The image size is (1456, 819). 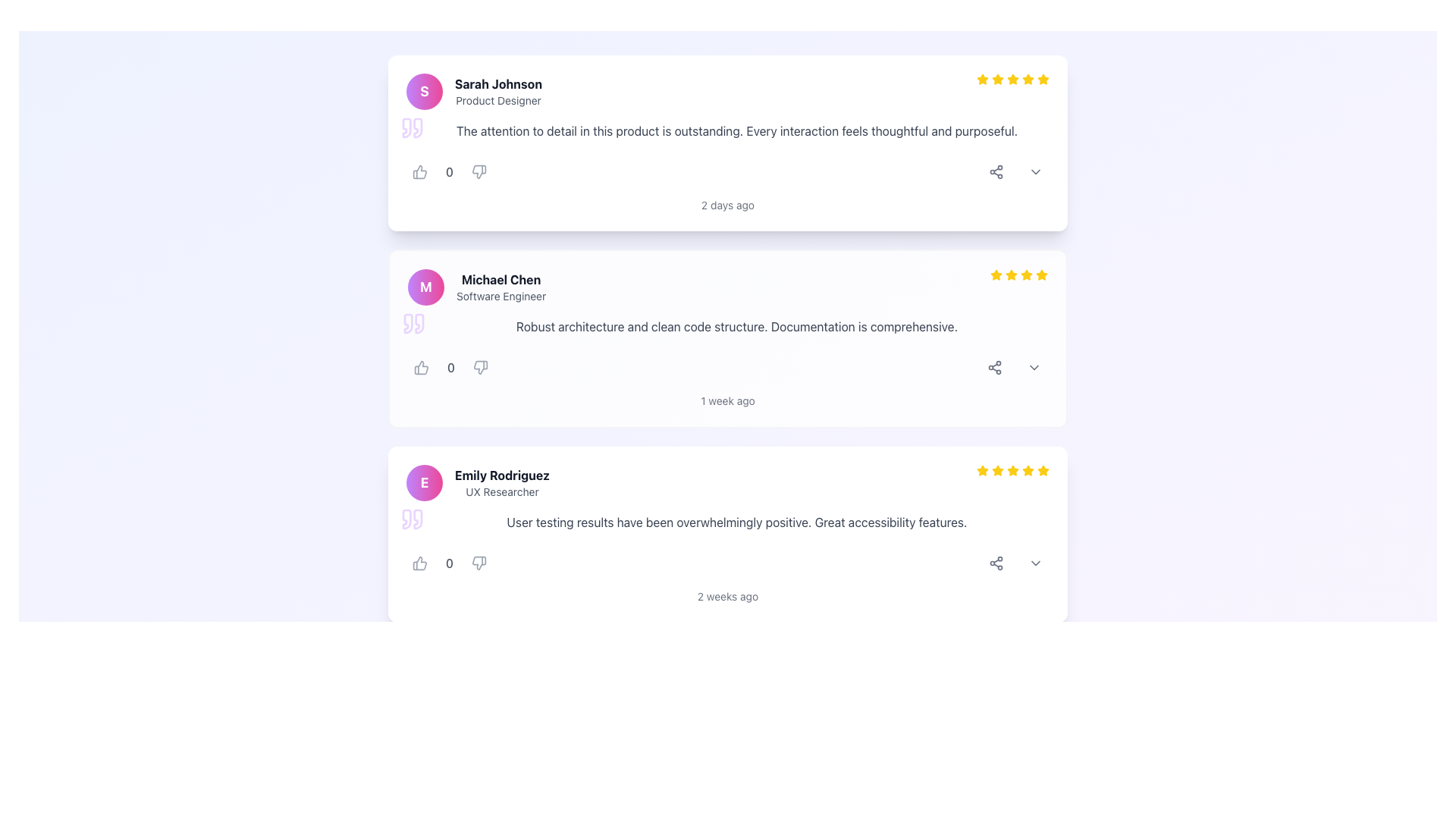 I want to click on the fifth star icon in the top-right area of the user review card to interact or modify the rating, so click(x=1041, y=469).